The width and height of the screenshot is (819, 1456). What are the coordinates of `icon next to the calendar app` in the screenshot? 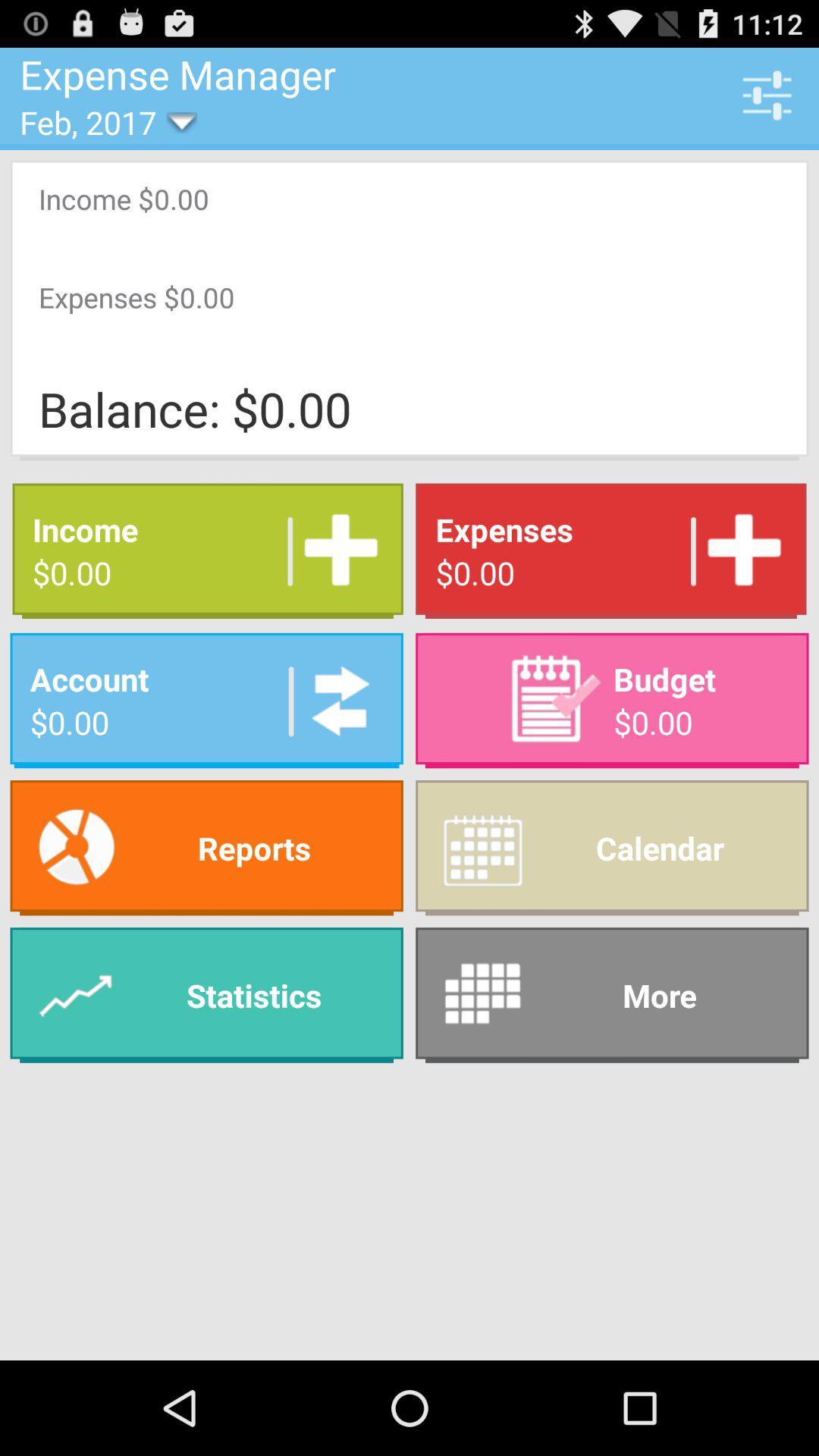 It's located at (206, 995).